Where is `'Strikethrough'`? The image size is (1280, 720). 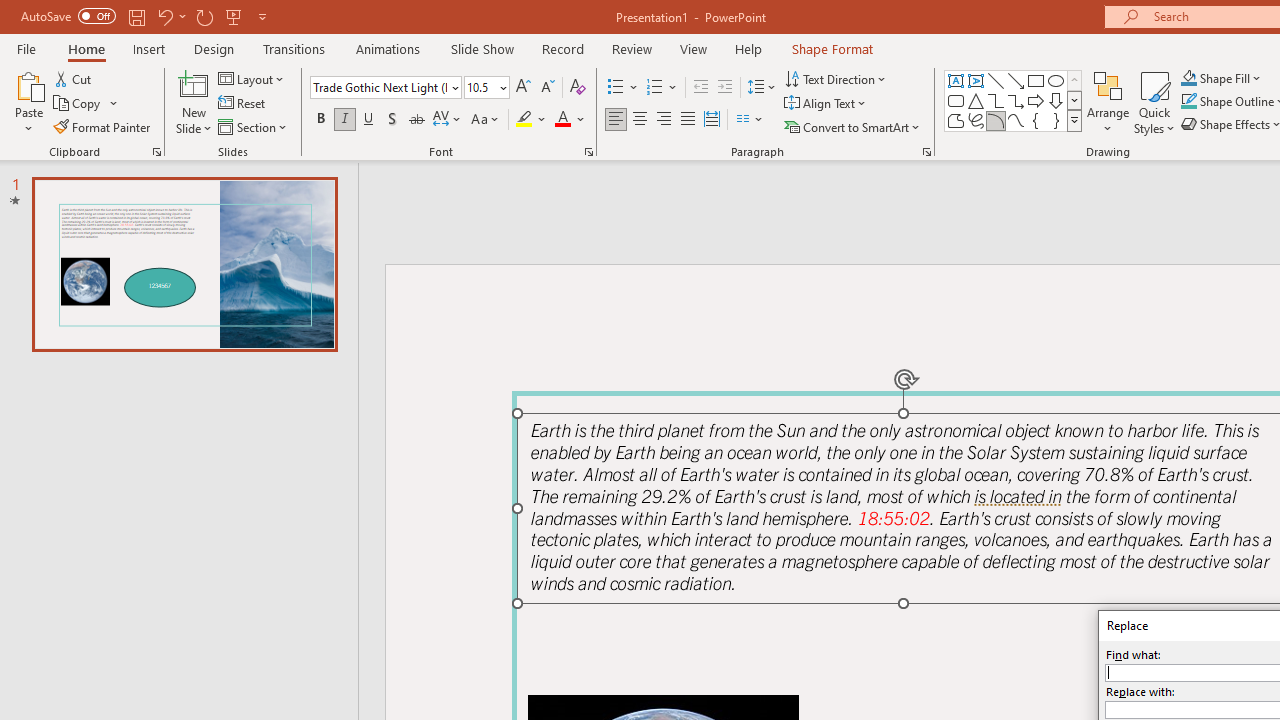 'Strikethrough' is located at coordinates (415, 119).